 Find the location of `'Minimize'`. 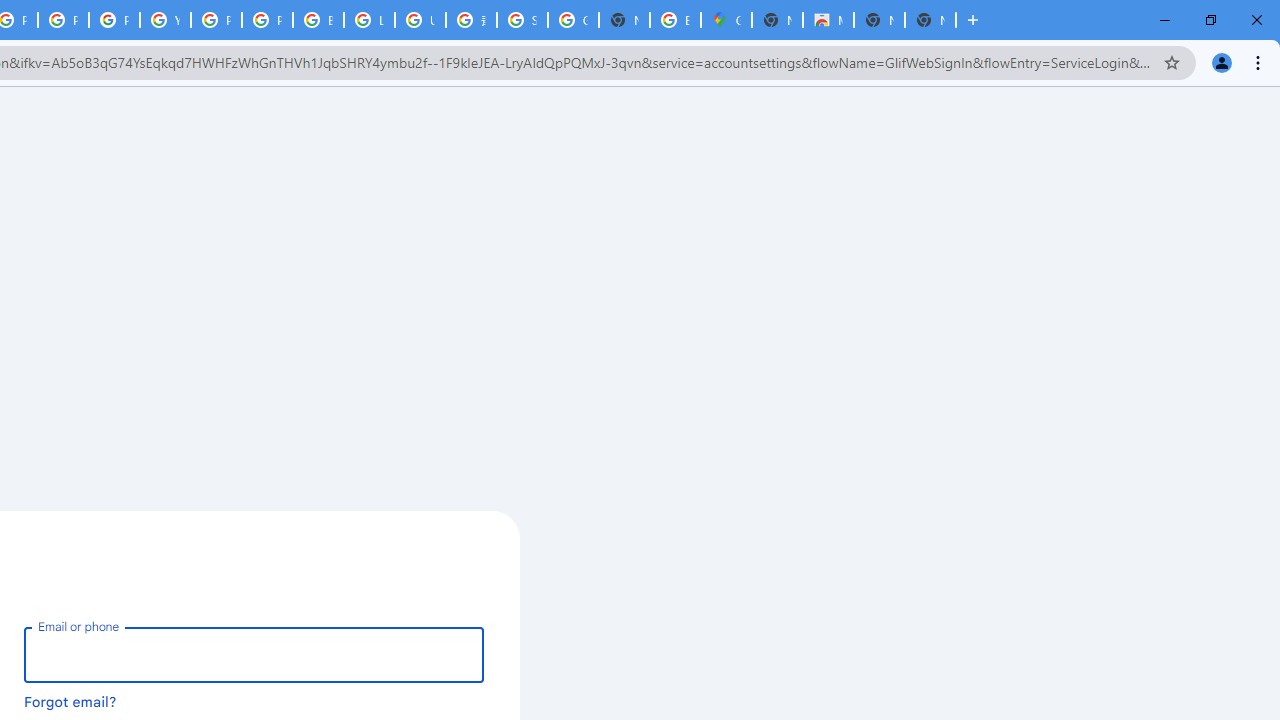

'Minimize' is located at coordinates (1165, 20).